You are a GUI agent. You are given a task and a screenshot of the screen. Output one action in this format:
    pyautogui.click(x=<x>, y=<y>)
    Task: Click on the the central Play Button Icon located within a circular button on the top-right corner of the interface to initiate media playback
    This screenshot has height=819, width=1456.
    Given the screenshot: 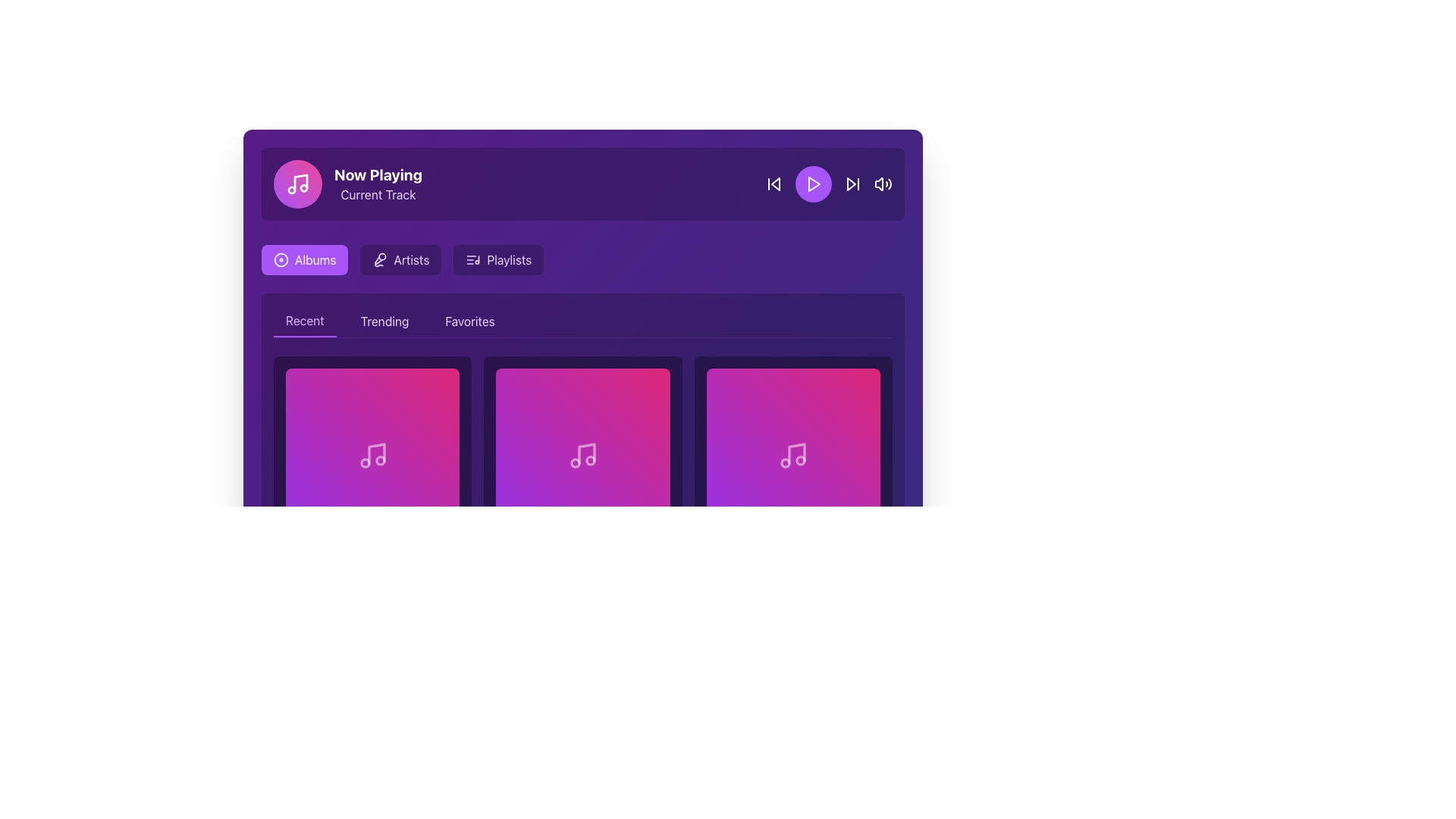 What is the action you would take?
    pyautogui.click(x=813, y=184)
    